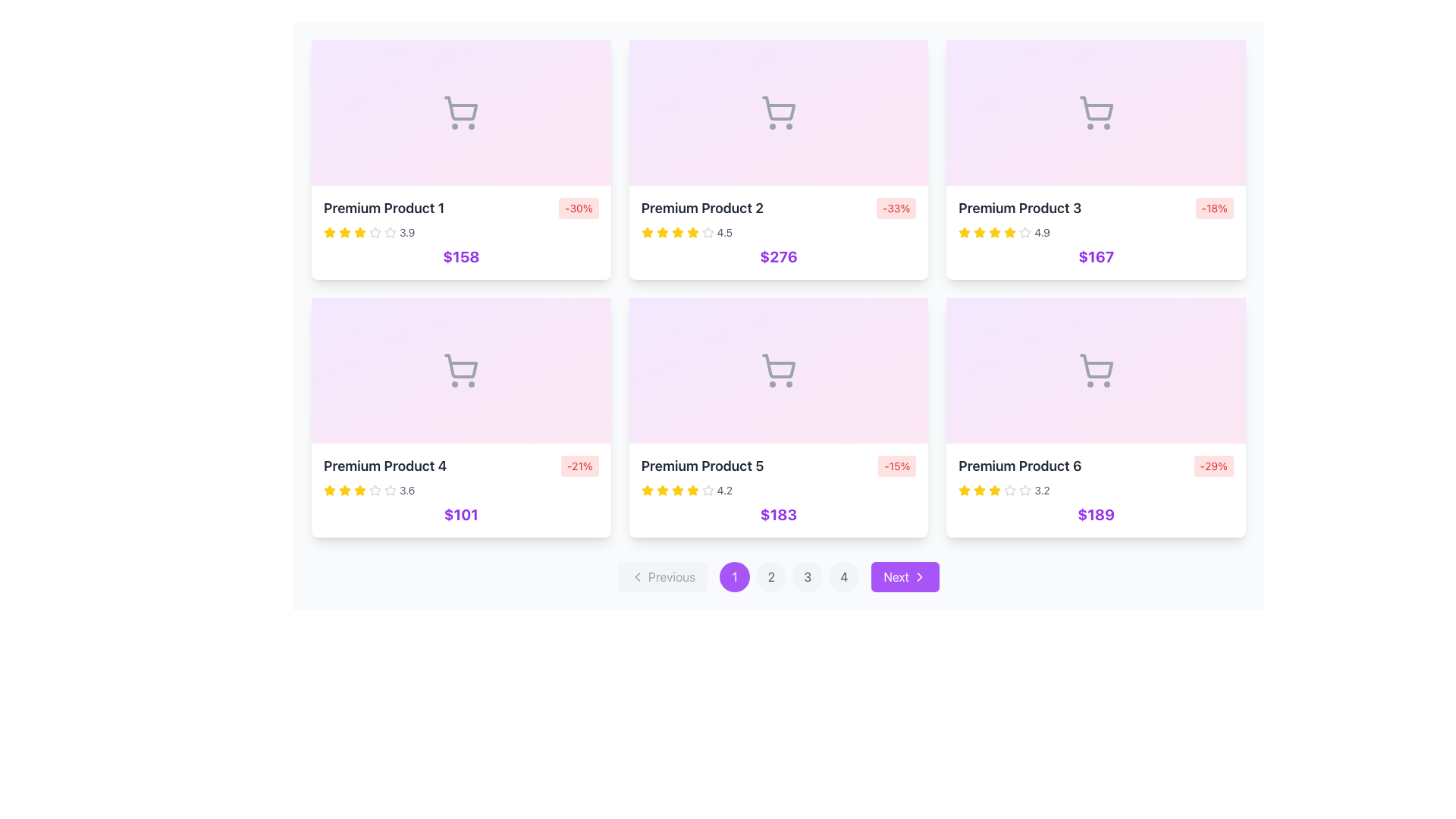  What do you see at coordinates (779, 256) in the screenshot?
I see `price displayed on the text label located in the lower section of the 'Premium Product 2' card, which is centered horizontally below the rating display` at bounding box center [779, 256].